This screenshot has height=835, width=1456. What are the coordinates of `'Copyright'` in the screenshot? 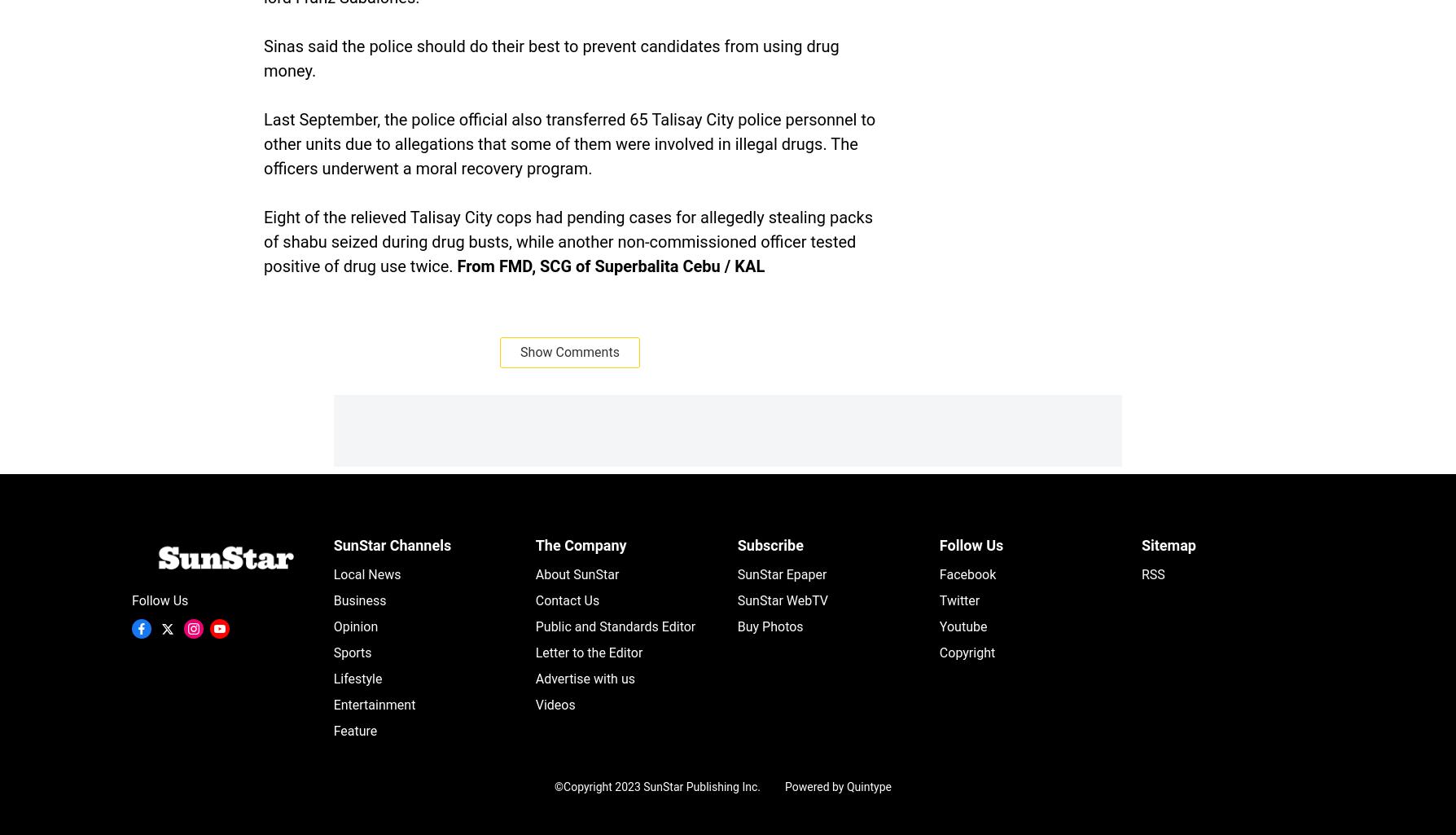 It's located at (966, 652).